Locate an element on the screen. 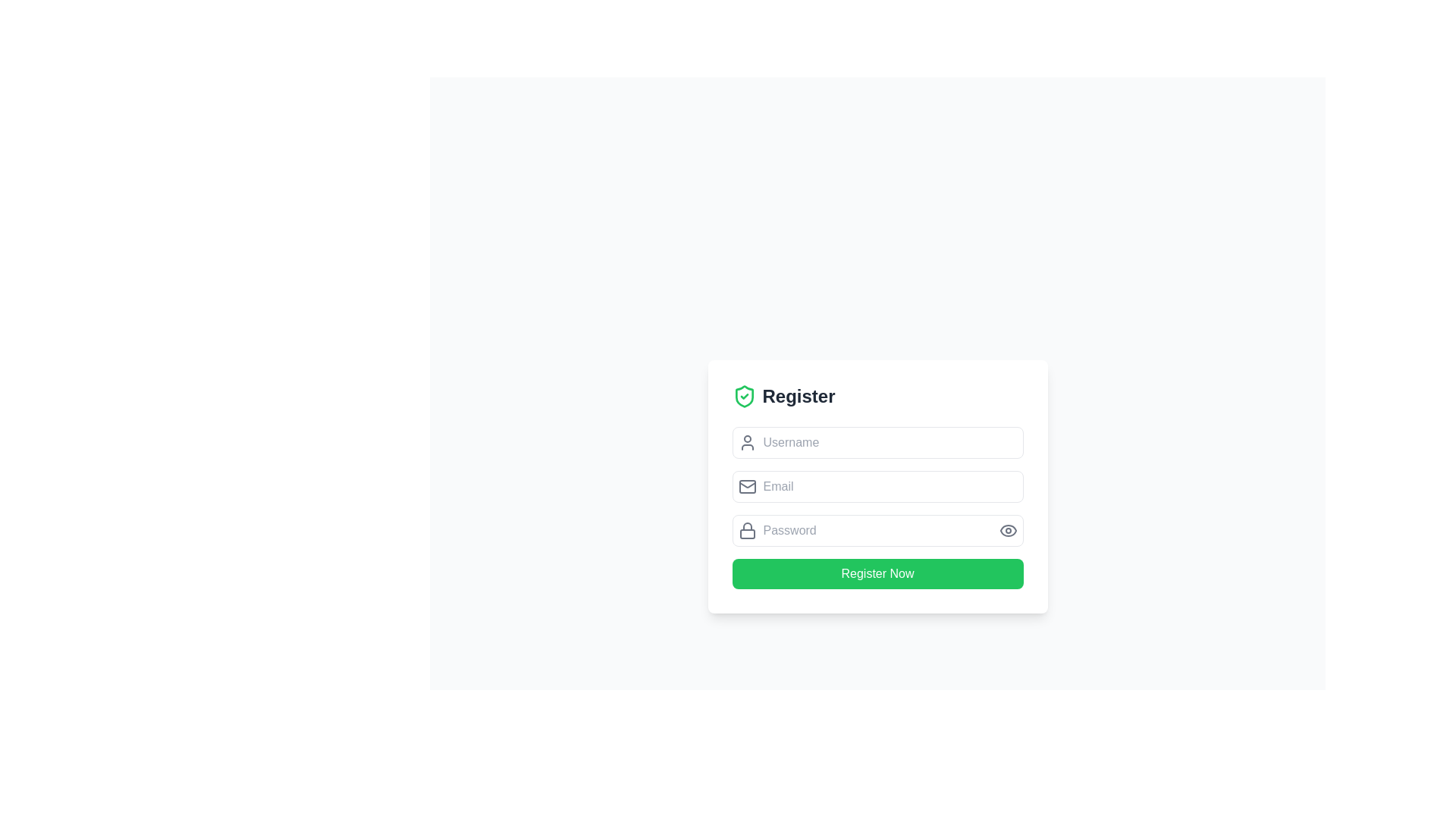 The height and width of the screenshot is (819, 1456). the envelope-shaped icon representing the email address in the registration form interface is located at coordinates (747, 486).